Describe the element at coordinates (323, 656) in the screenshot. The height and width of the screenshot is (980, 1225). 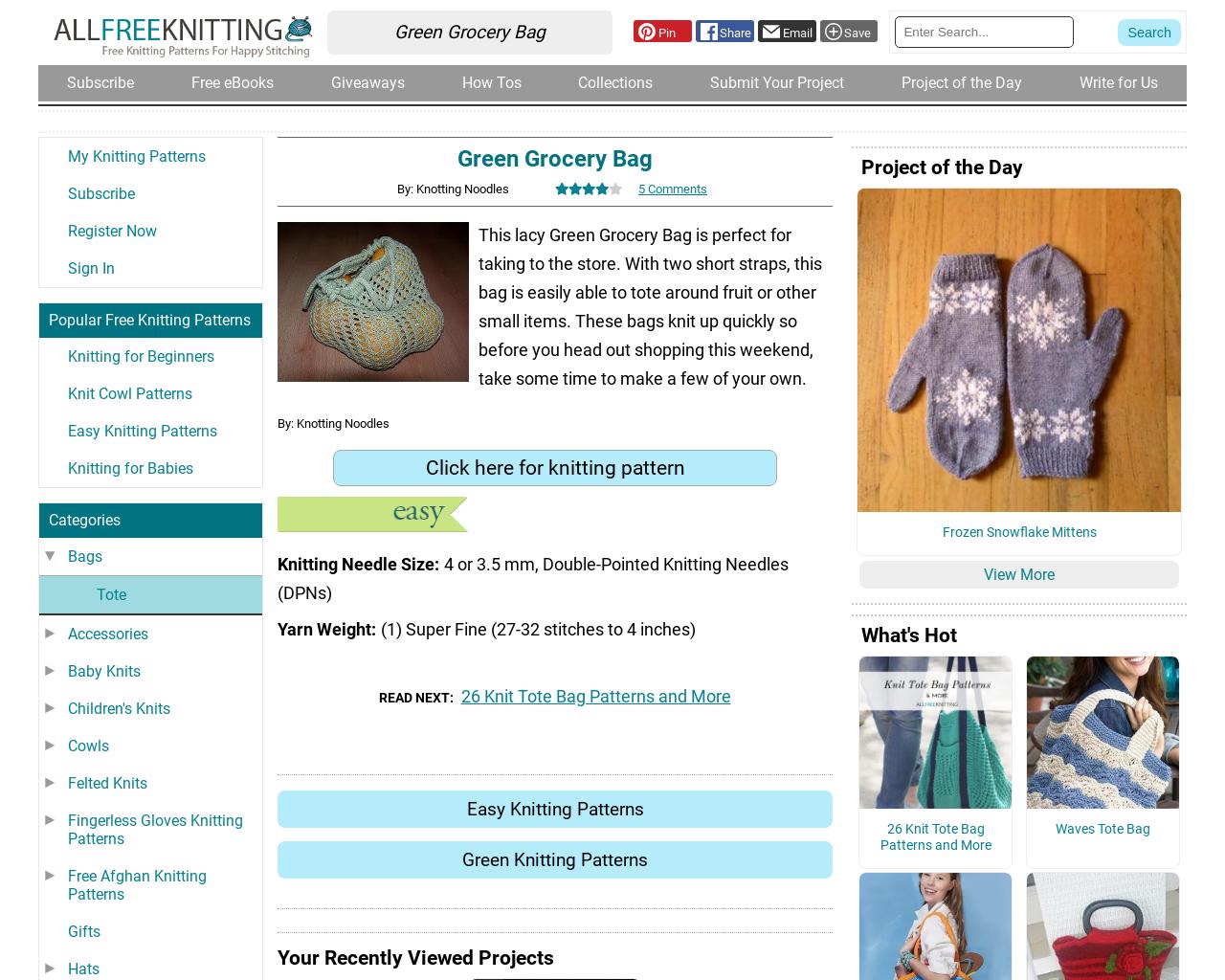
I see `'Yarn Weight'` at that location.